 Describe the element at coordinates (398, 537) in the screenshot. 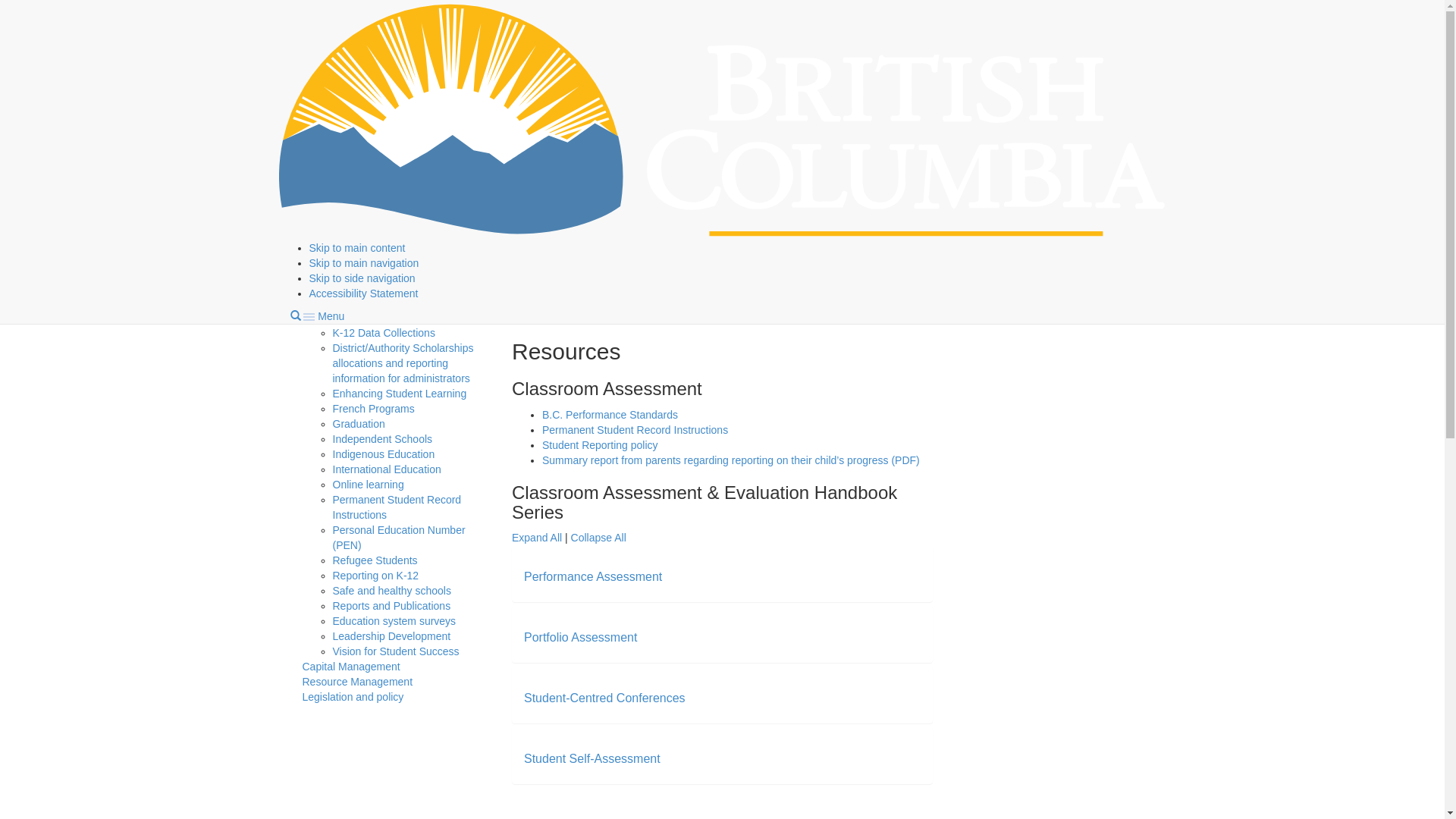

I see `'Personal Education Number (PEN)'` at that location.